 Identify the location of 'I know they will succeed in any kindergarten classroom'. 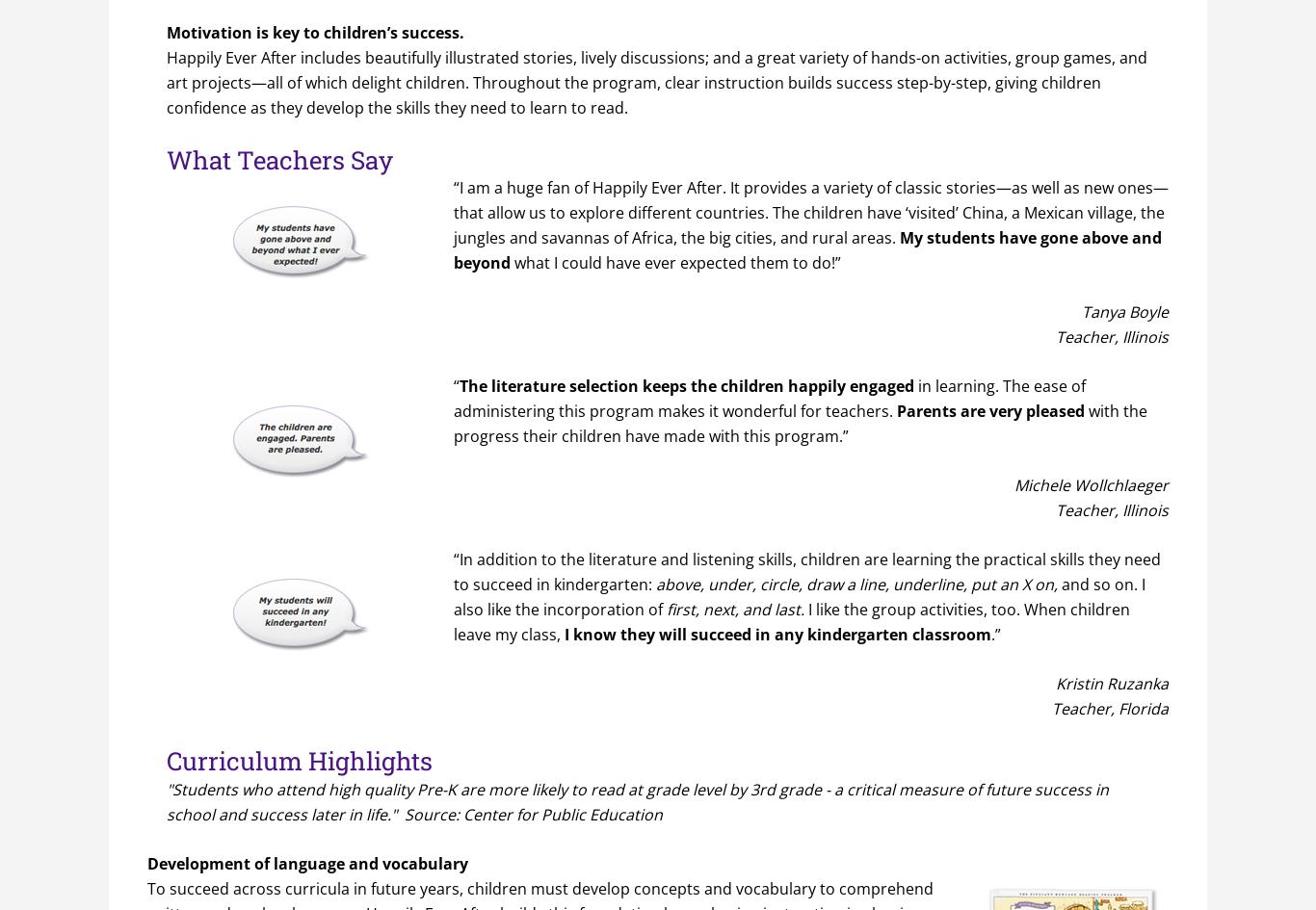
(776, 634).